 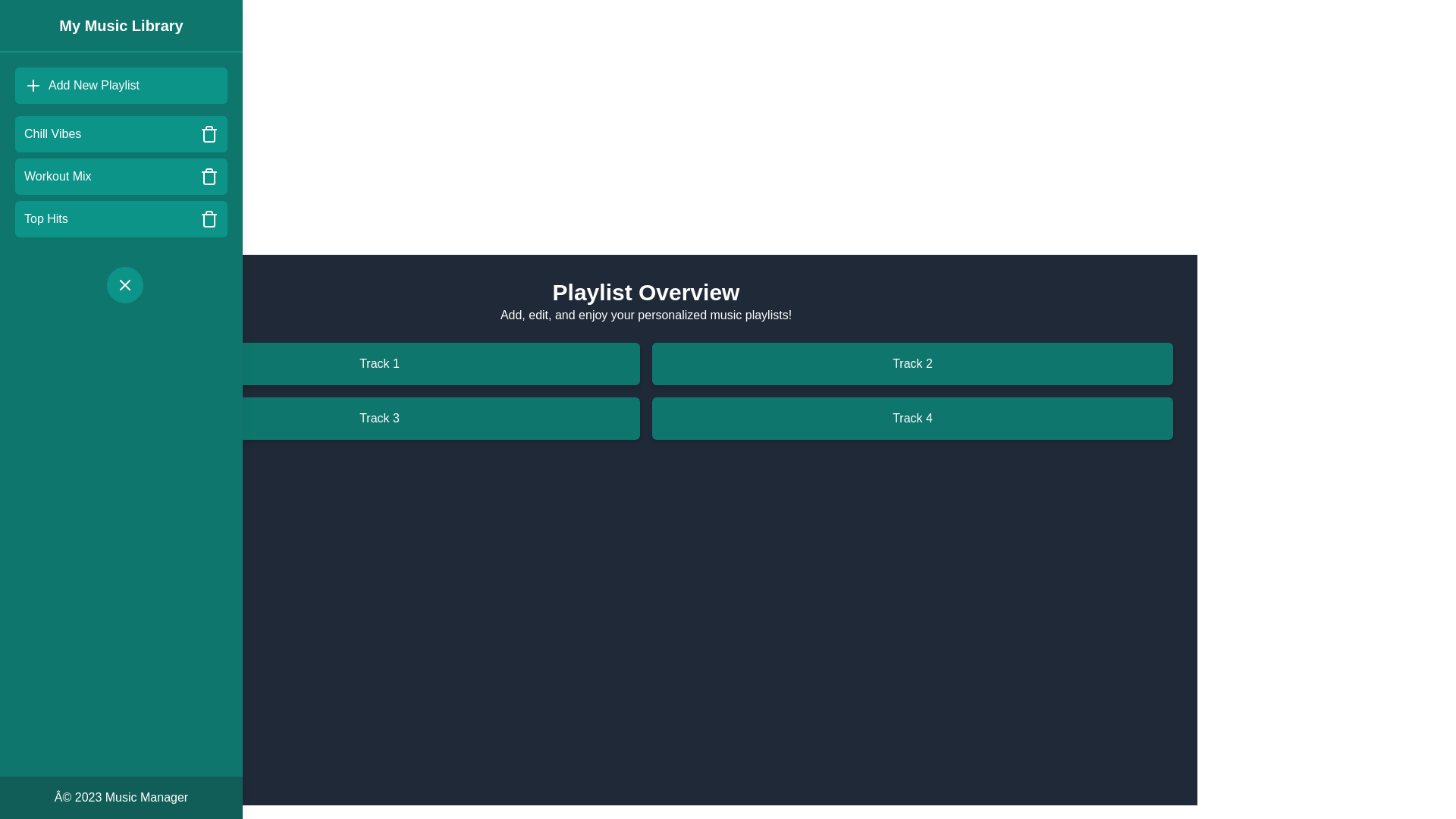 I want to click on the text label displaying the name of the third playlist in the left sidebar, so click(x=58, y=175).